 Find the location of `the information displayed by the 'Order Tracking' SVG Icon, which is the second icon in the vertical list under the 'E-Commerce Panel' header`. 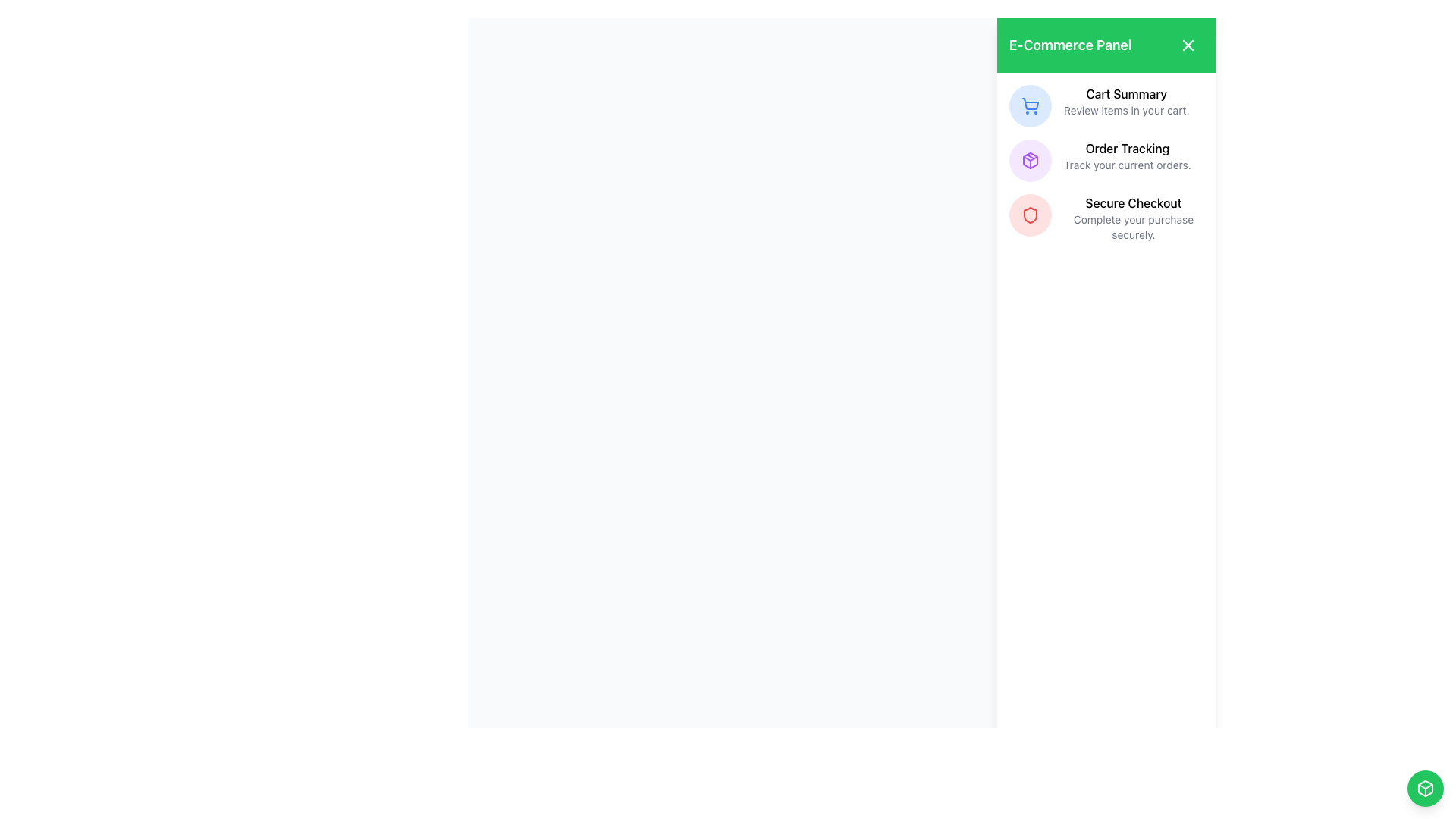

the information displayed by the 'Order Tracking' SVG Icon, which is the second icon in the vertical list under the 'E-Commerce Panel' header is located at coordinates (1030, 161).